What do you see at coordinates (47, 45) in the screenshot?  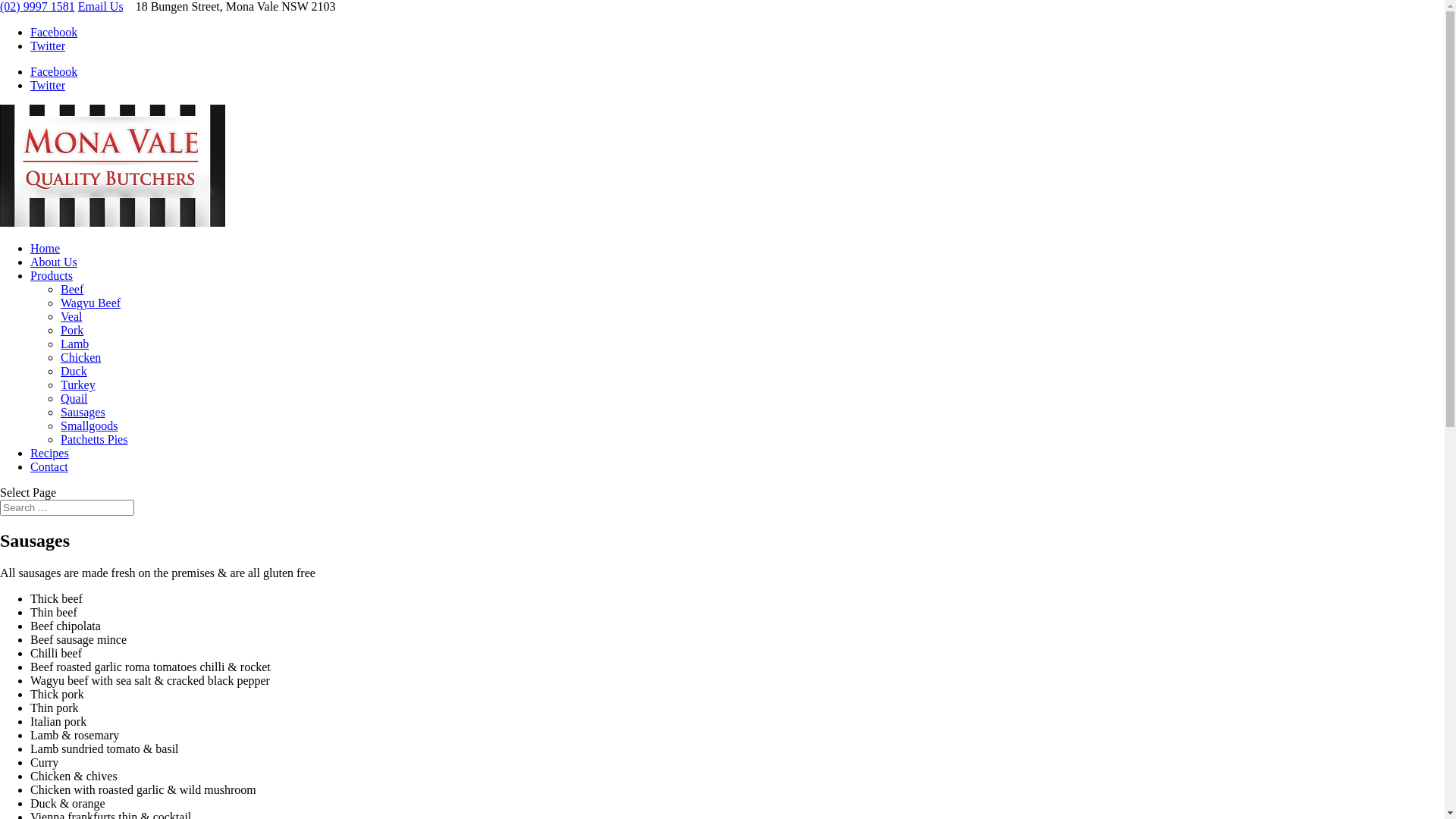 I see `'Twitter'` at bounding box center [47, 45].